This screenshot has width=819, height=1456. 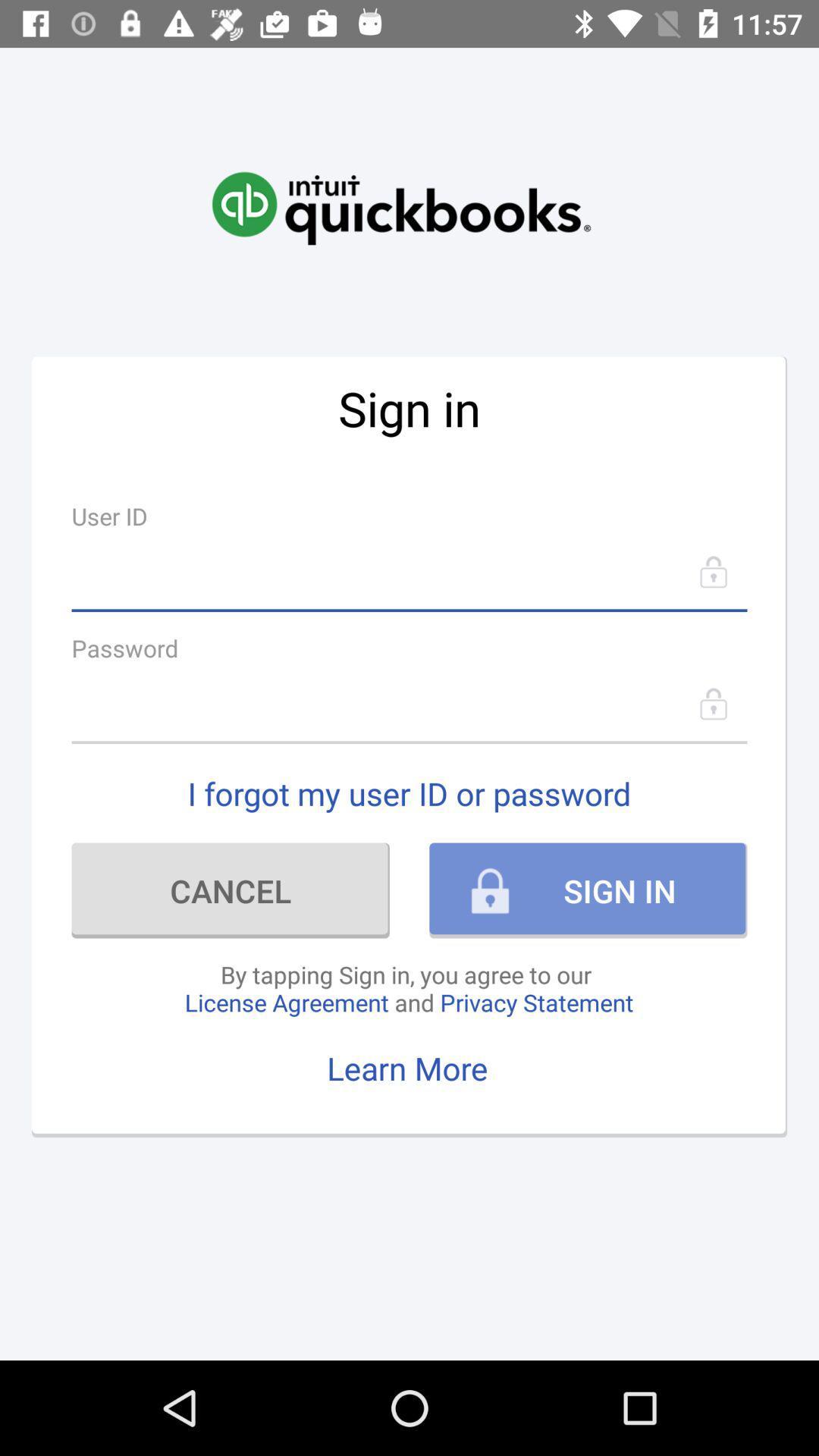 What do you see at coordinates (408, 988) in the screenshot?
I see `by tapping sign icon` at bounding box center [408, 988].